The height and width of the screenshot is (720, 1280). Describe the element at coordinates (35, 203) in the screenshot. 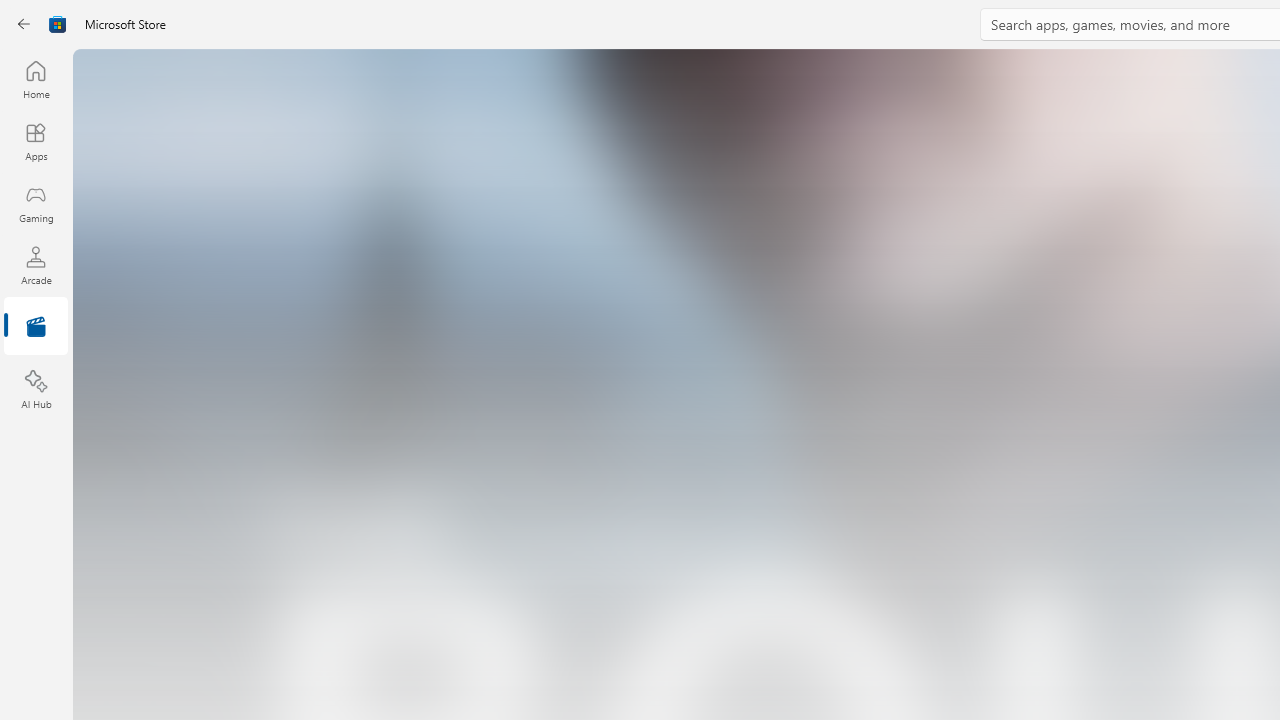

I see `'Gaming'` at that location.